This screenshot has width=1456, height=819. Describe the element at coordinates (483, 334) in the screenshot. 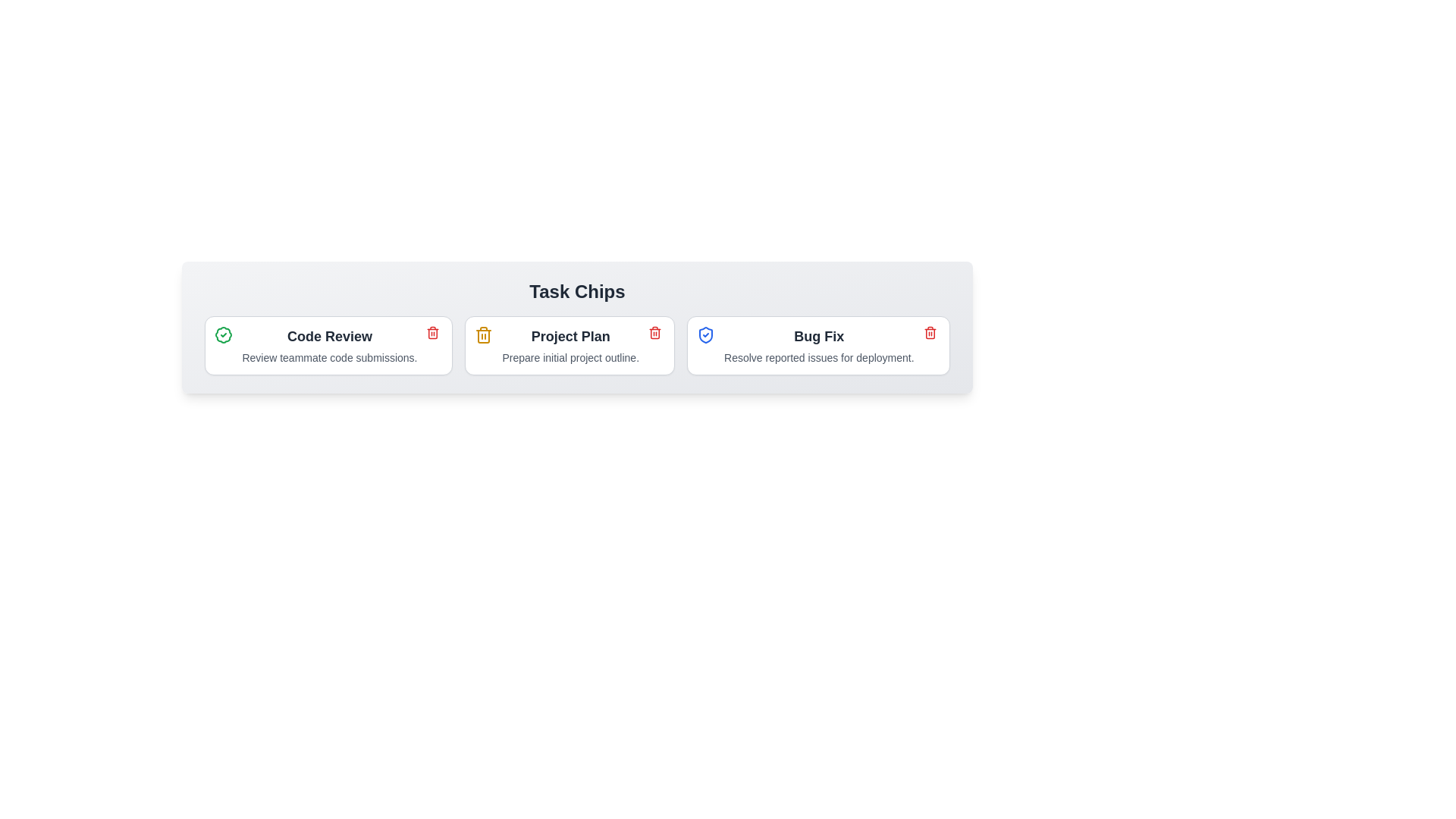

I see `the icon representing the task state: Pending` at that location.